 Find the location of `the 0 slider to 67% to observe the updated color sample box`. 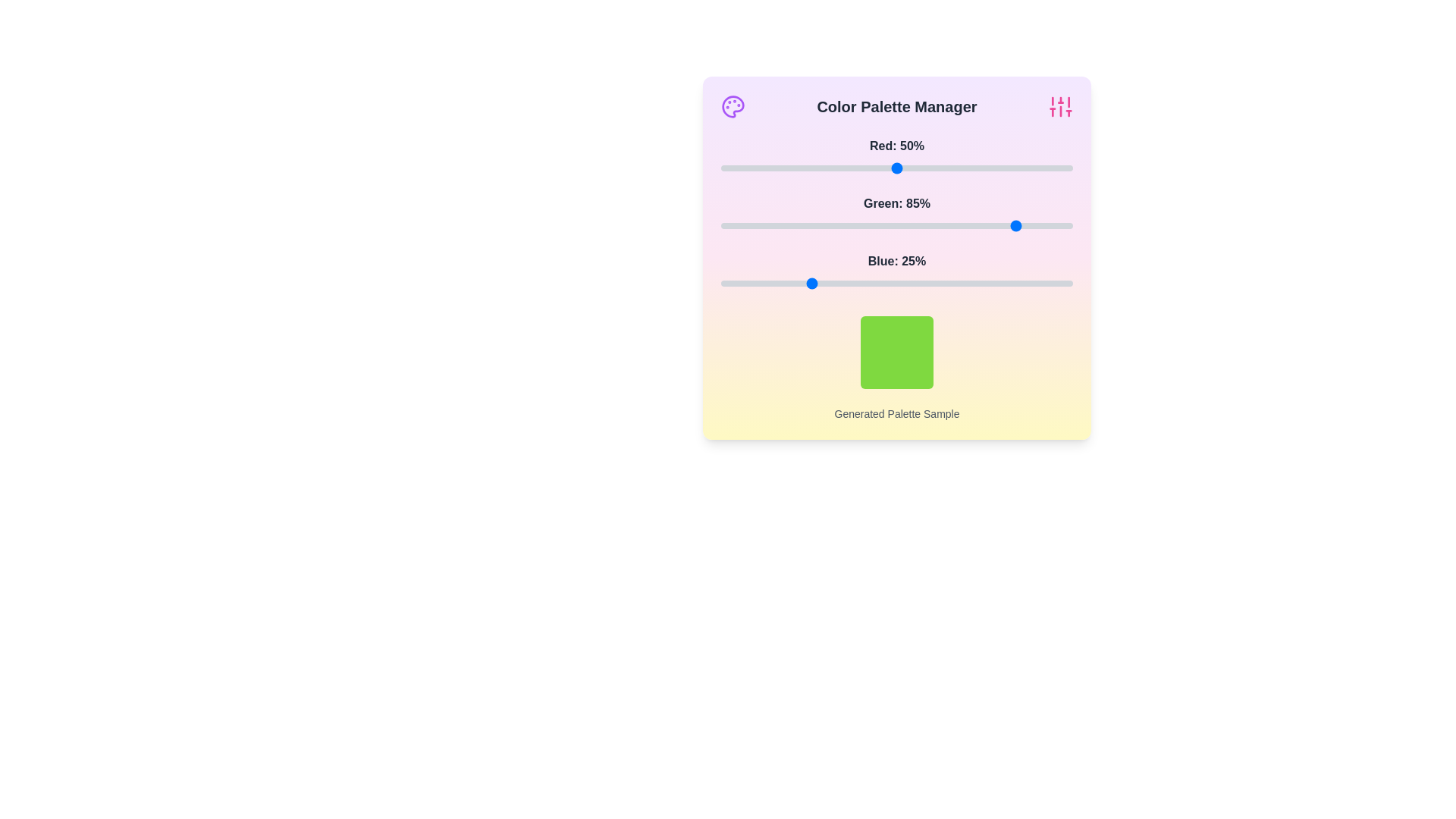

the 0 slider to 67% to observe the updated color sample box is located at coordinates (955, 168).